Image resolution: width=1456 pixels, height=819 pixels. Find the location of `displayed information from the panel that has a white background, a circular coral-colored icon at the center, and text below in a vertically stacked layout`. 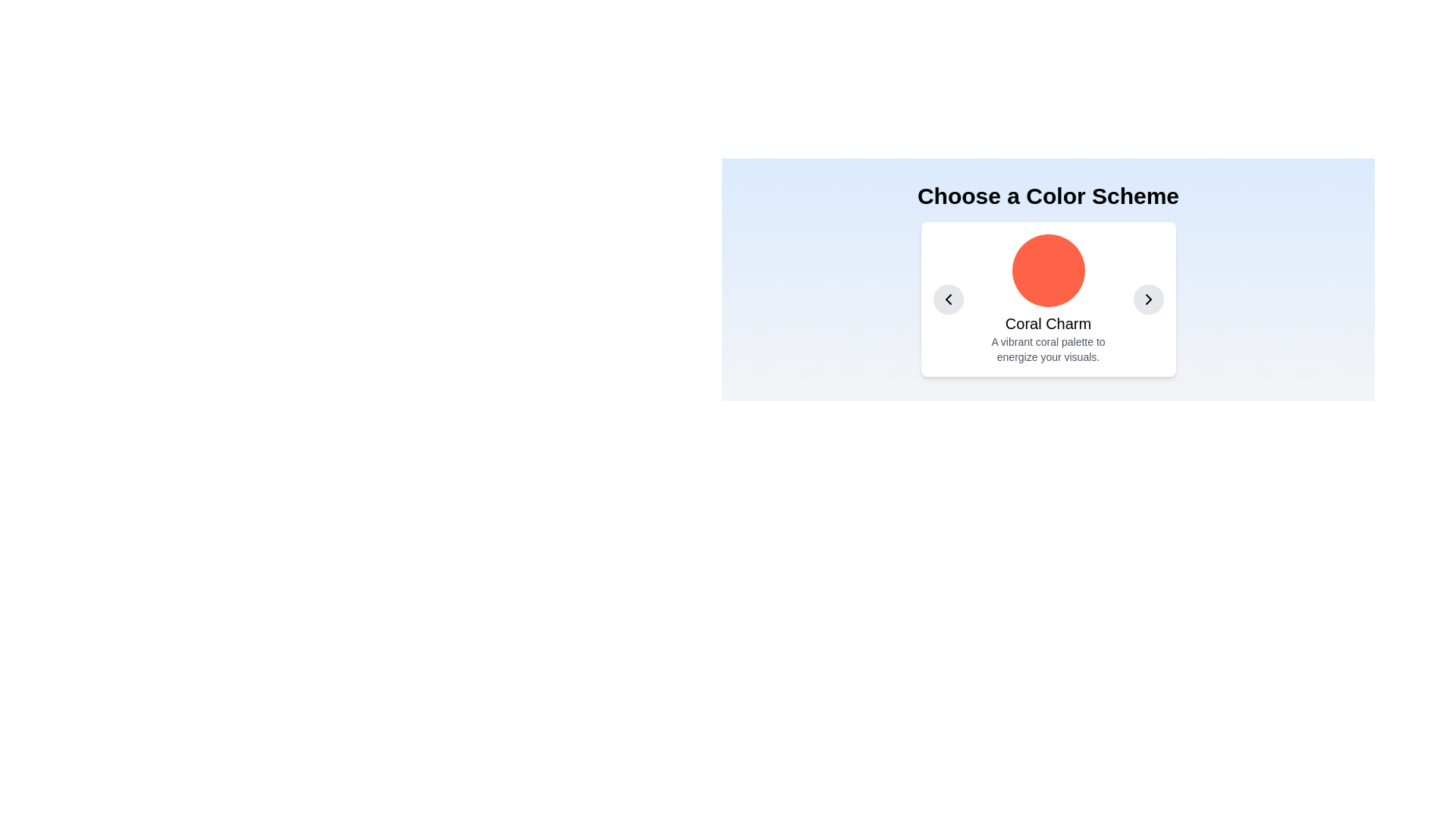

displayed information from the panel that has a white background, a circular coral-colored icon at the center, and text below in a vertically stacked layout is located at coordinates (1047, 300).